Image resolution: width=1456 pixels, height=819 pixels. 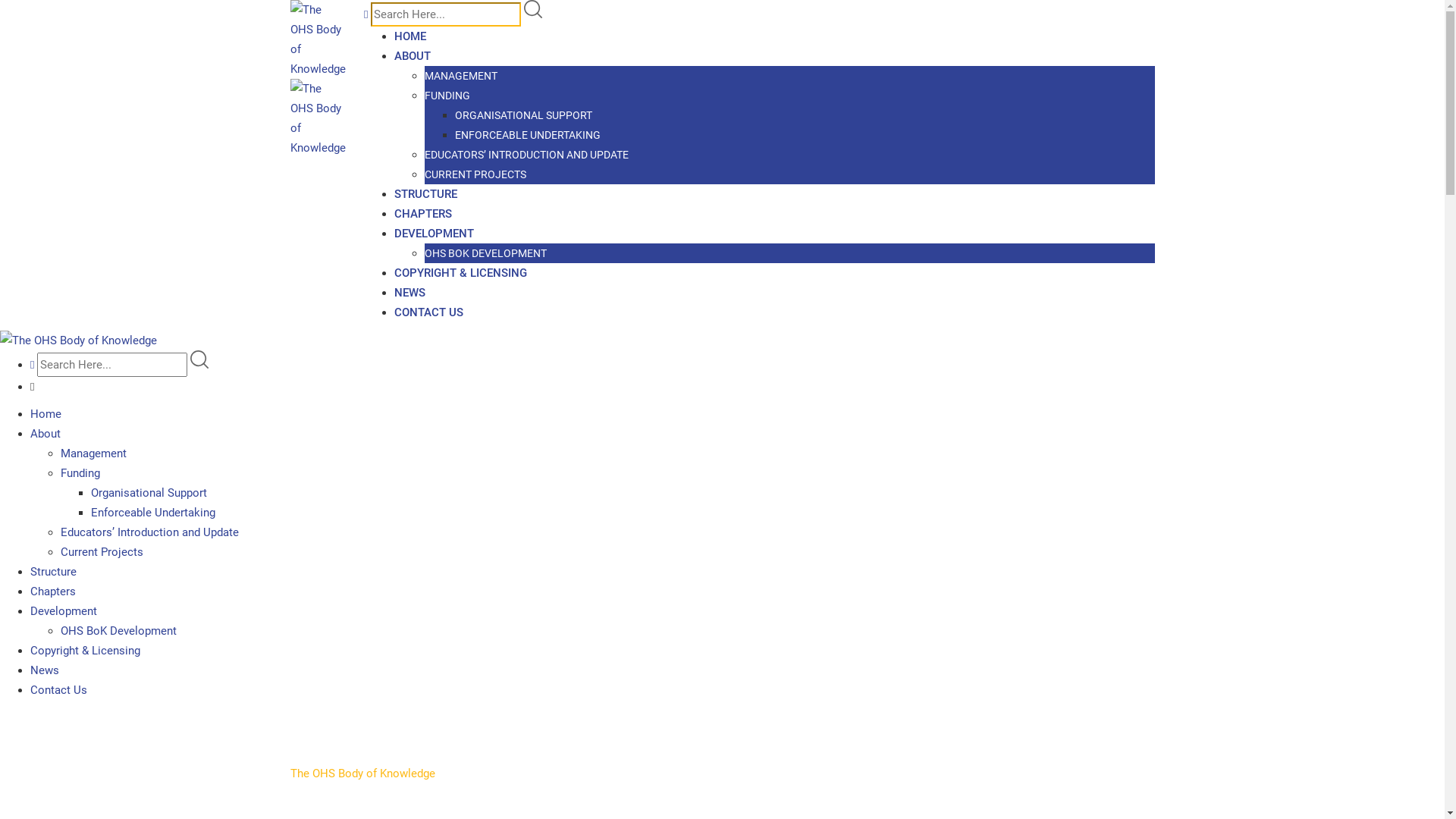 What do you see at coordinates (425, 193) in the screenshot?
I see `'STRUCTURE'` at bounding box center [425, 193].